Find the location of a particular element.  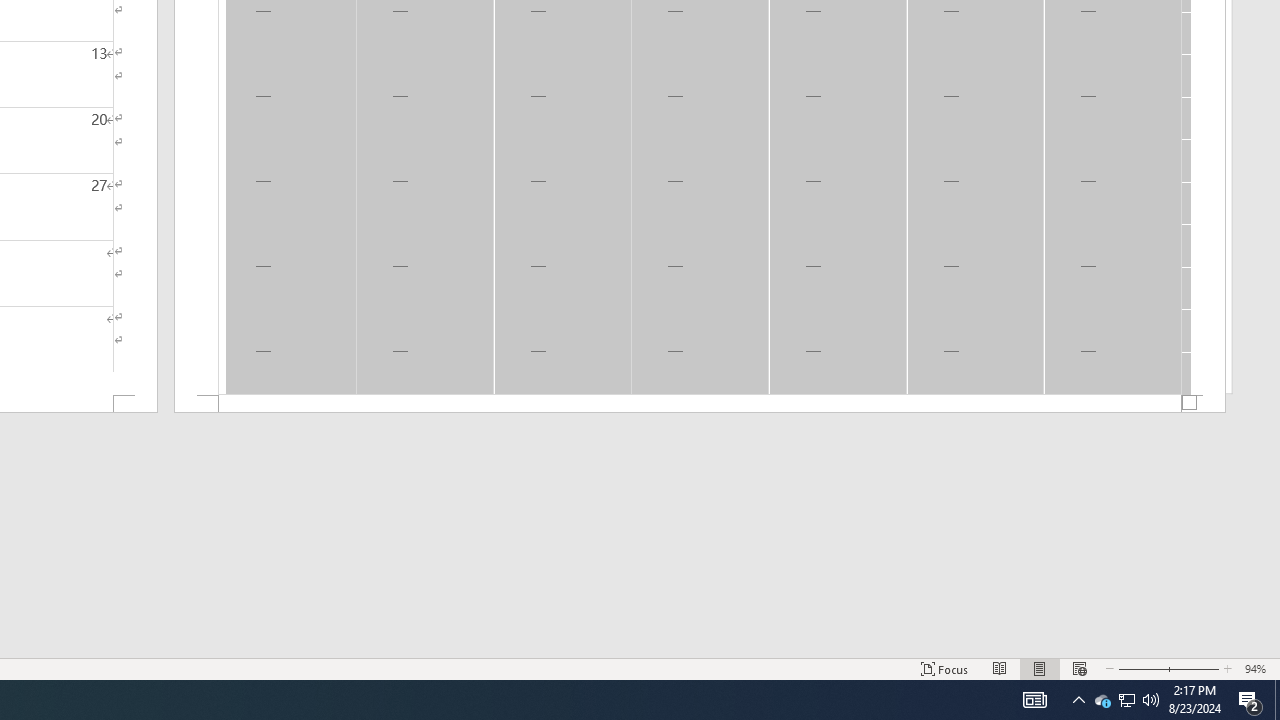

'Print Layout' is located at coordinates (1040, 669).